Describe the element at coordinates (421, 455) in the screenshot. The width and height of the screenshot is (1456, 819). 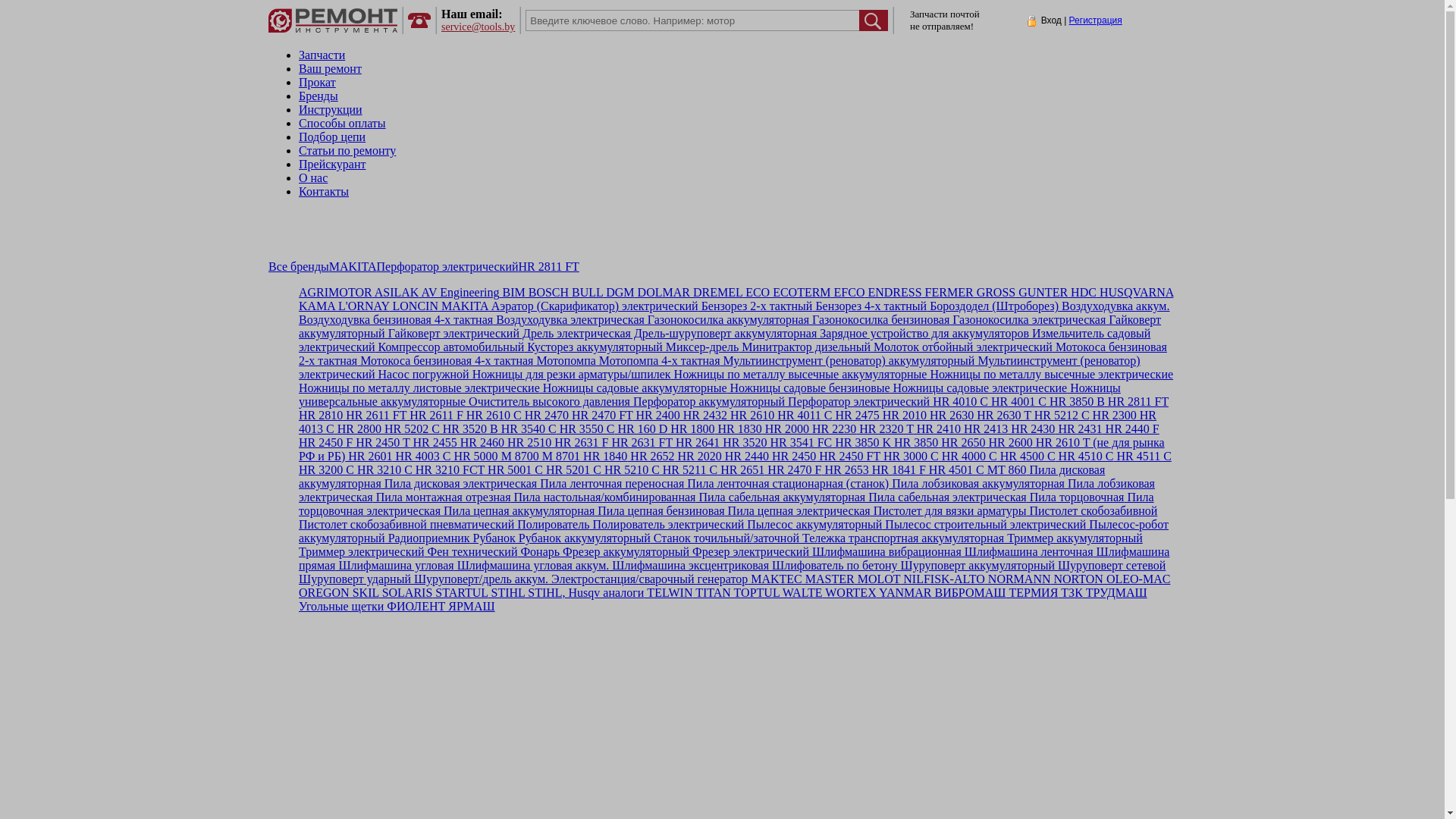
I see `'HR 4003 C'` at that location.